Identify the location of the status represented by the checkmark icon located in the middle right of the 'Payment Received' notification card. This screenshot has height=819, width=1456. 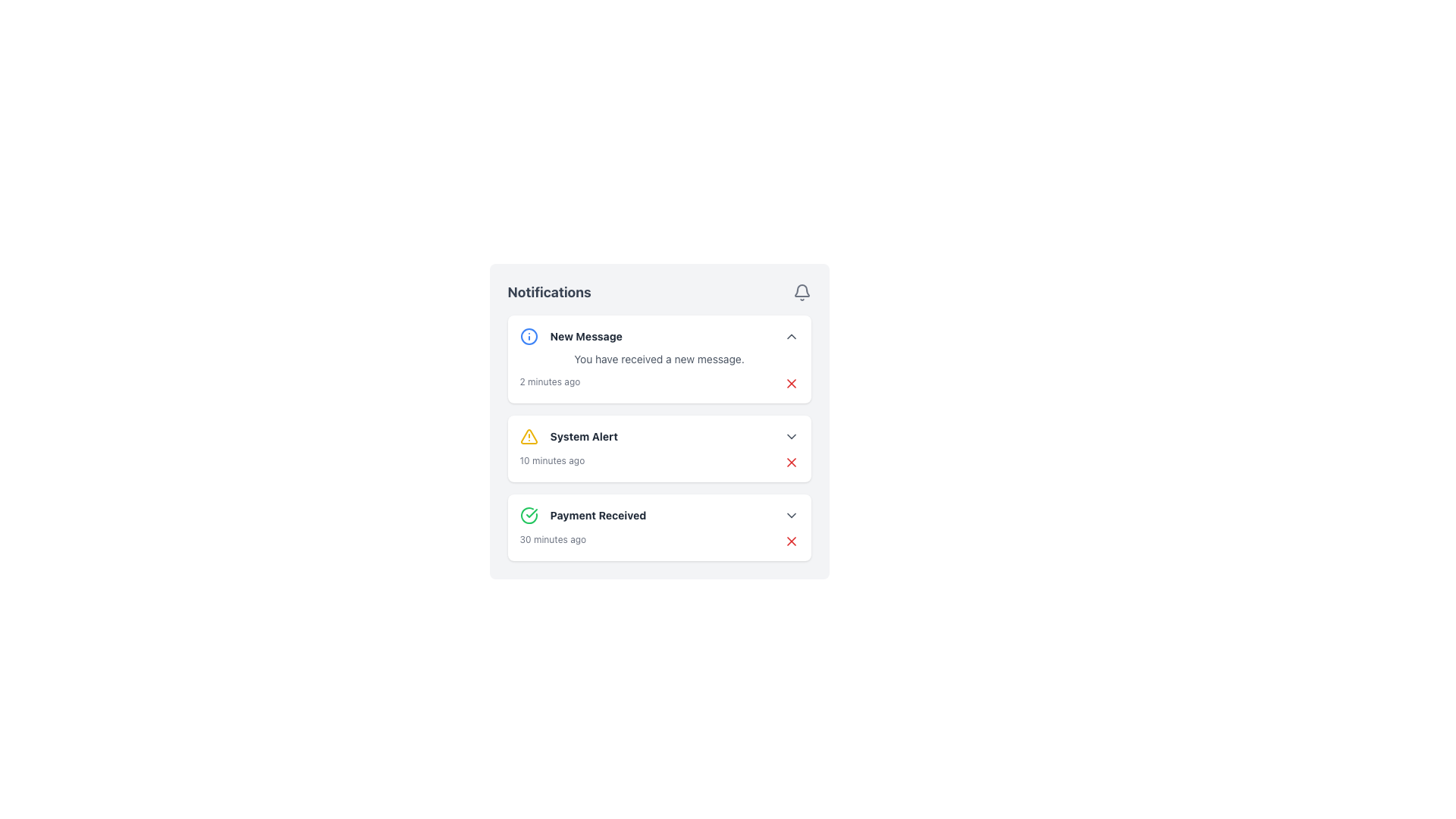
(531, 513).